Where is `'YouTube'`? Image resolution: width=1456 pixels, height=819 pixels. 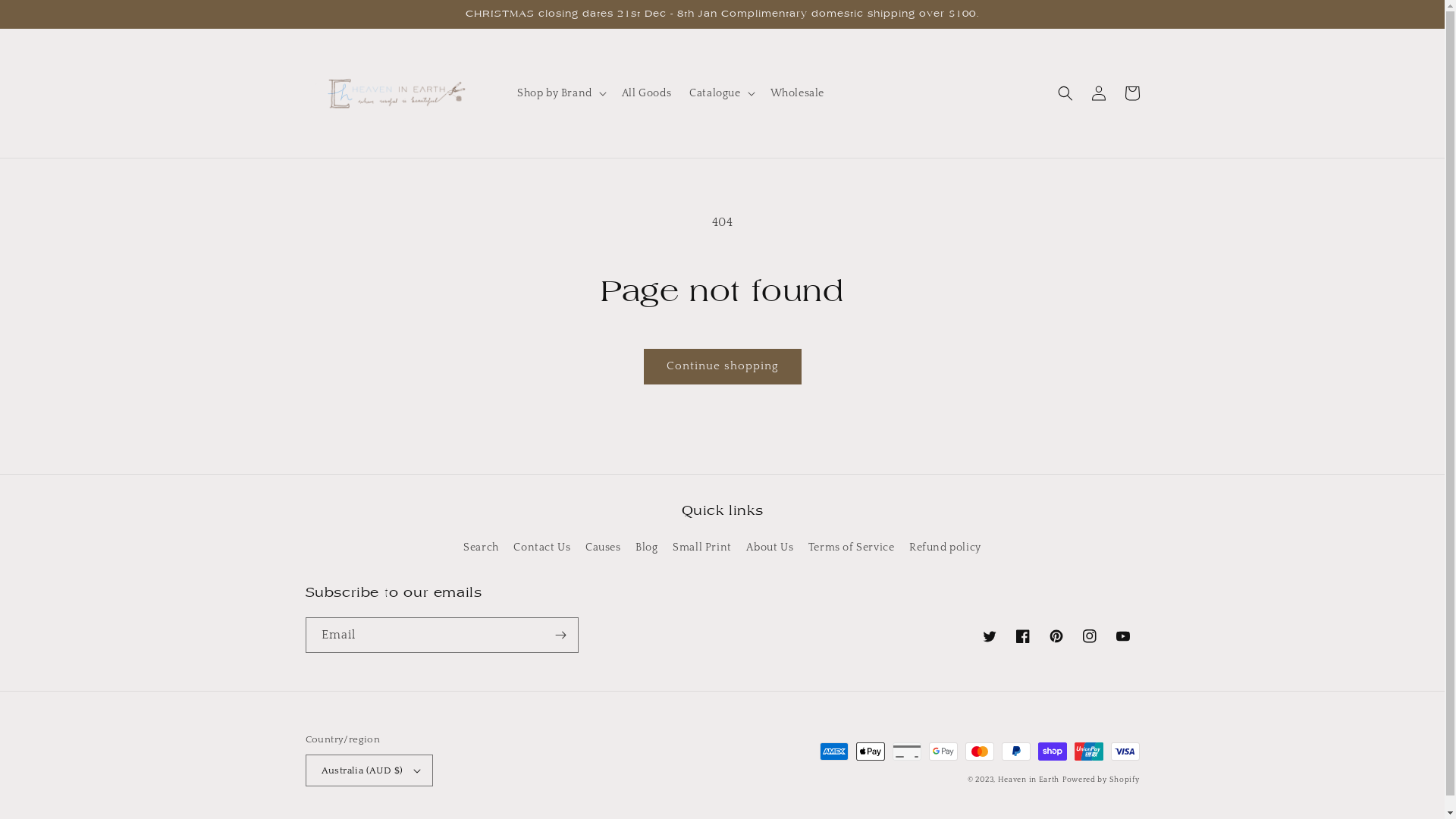 'YouTube' is located at coordinates (1122, 636).